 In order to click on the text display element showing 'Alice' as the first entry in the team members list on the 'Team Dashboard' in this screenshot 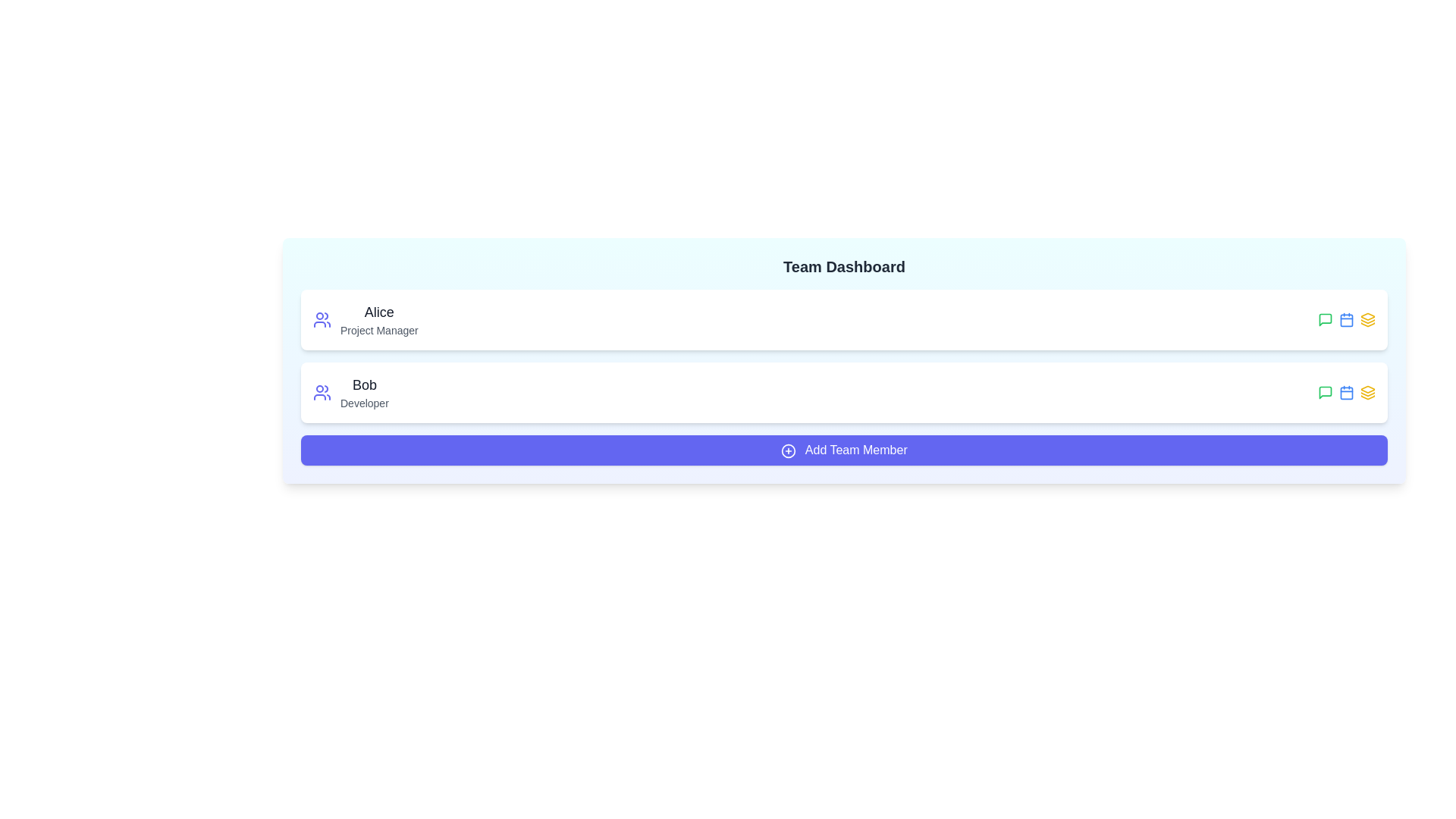, I will do `click(379, 318)`.